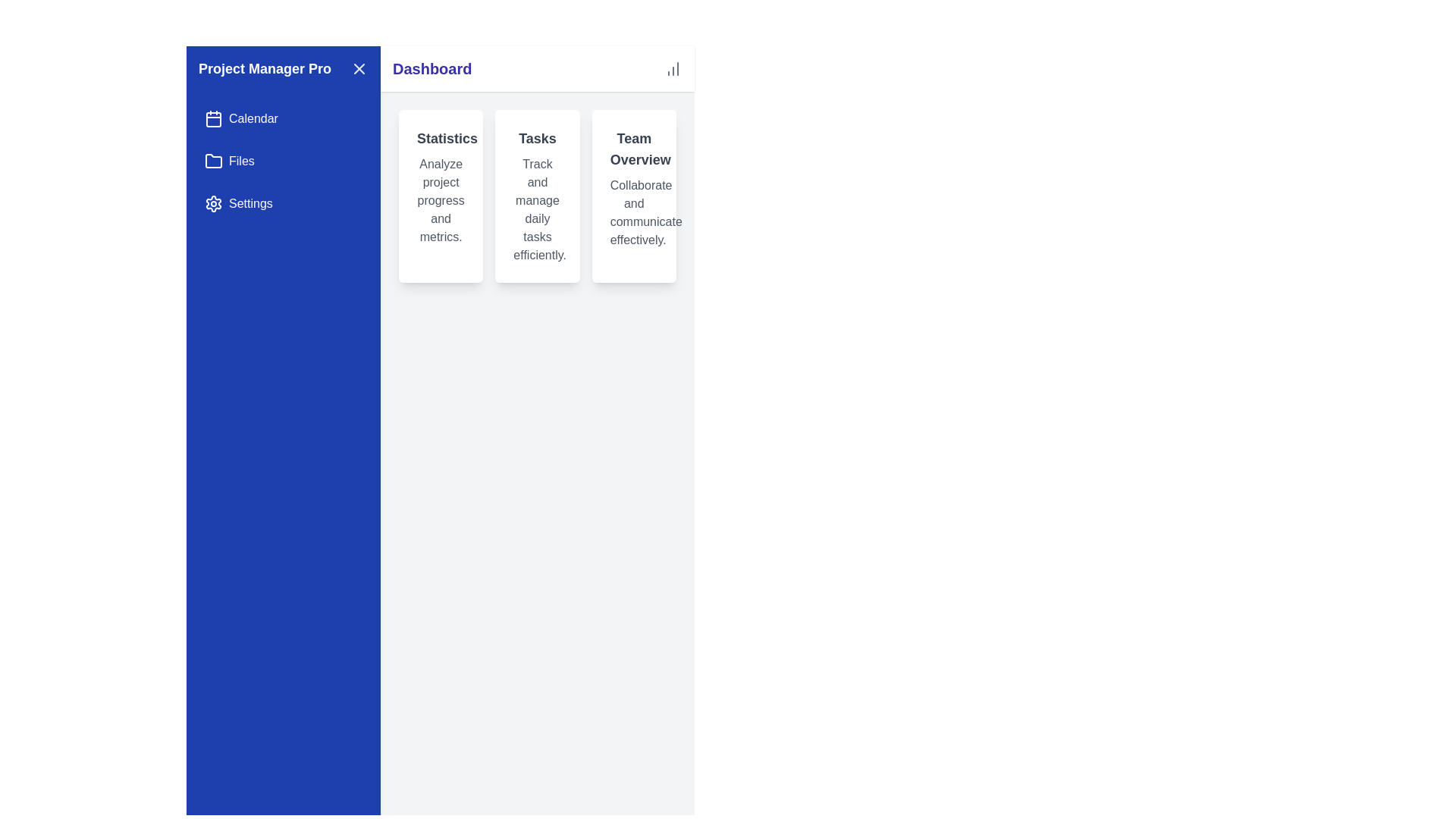 The height and width of the screenshot is (819, 1456). I want to click on the settings gear icon, which has a blue background and cogwheel design, so click(213, 203).